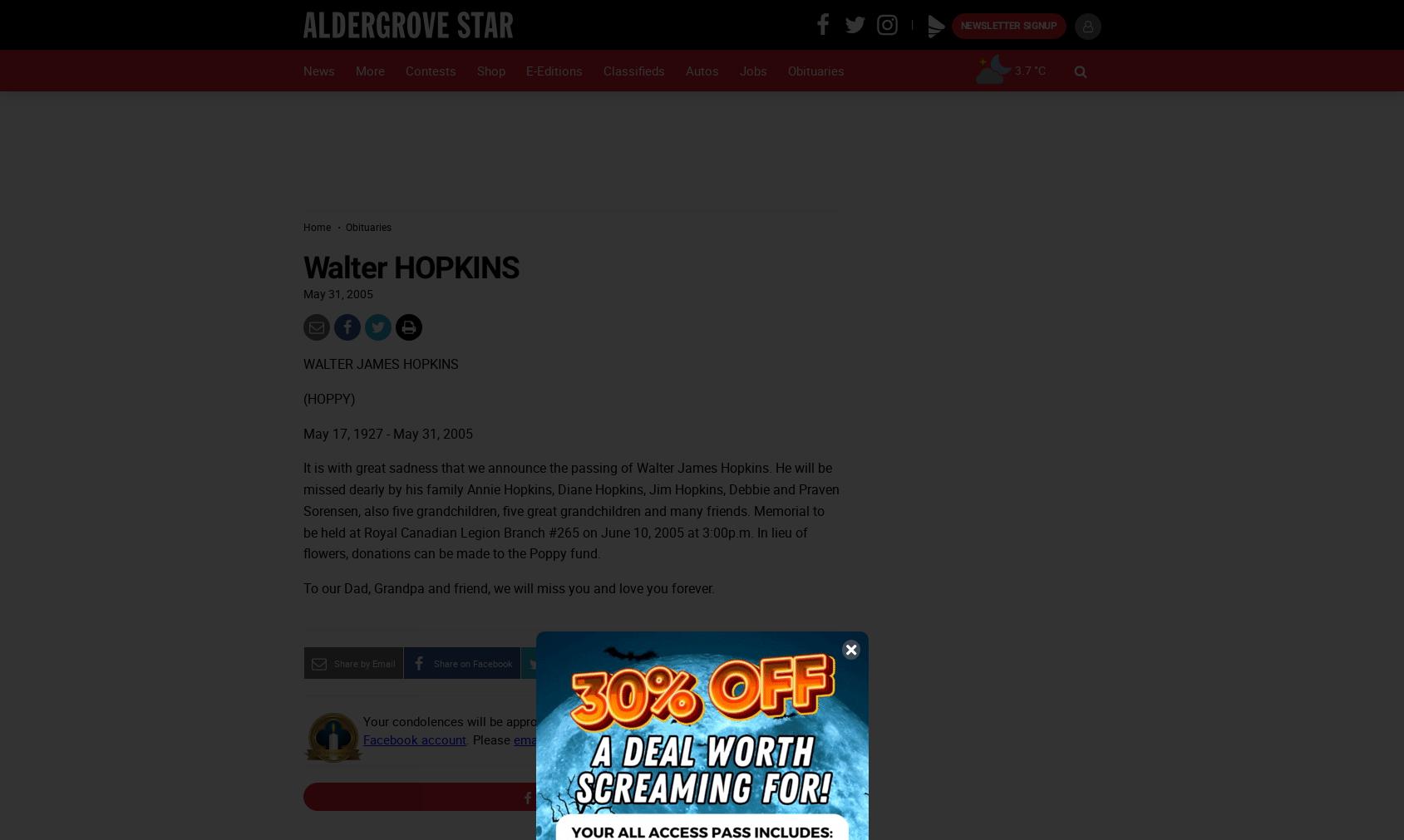  What do you see at coordinates (302, 226) in the screenshot?
I see `'Home'` at bounding box center [302, 226].